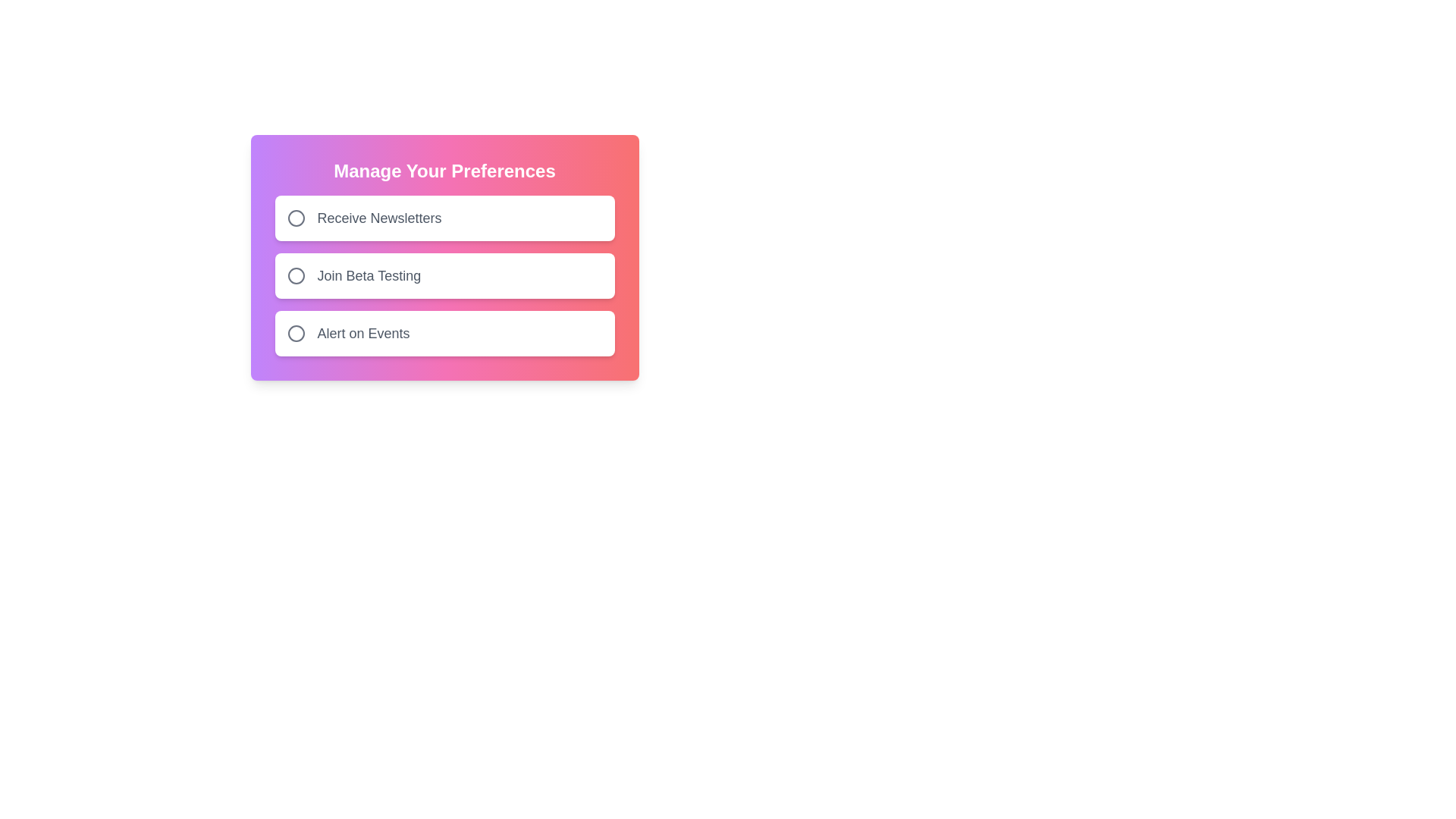 Image resolution: width=1456 pixels, height=819 pixels. What do you see at coordinates (379, 218) in the screenshot?
I see `the text label reading 'Receive Newsletters'` at bounding box center [379, 218].